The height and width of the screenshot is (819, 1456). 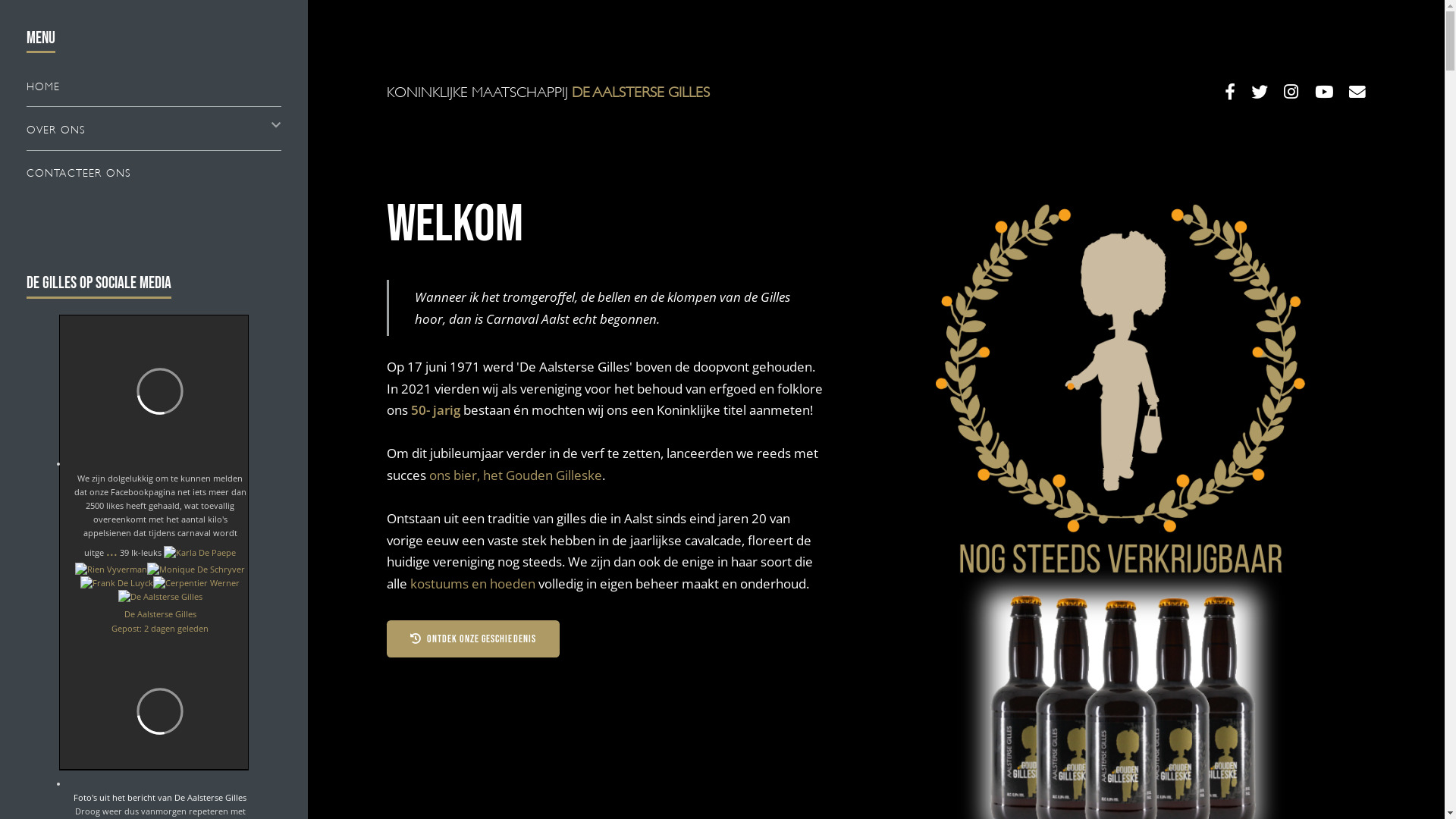 I want to click on 'Monique De Schryver', so click(x=195, y=570).